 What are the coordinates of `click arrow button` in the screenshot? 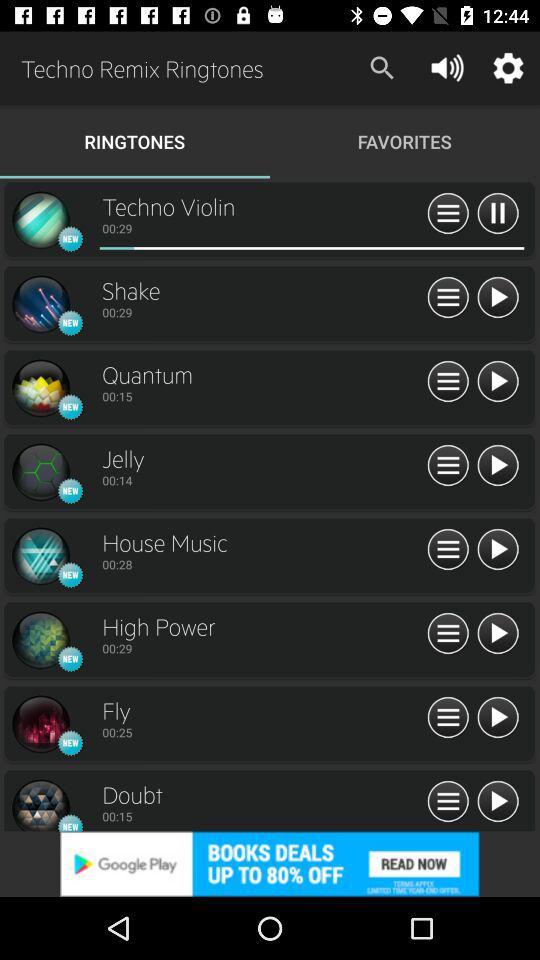 It's located at (496, 466).